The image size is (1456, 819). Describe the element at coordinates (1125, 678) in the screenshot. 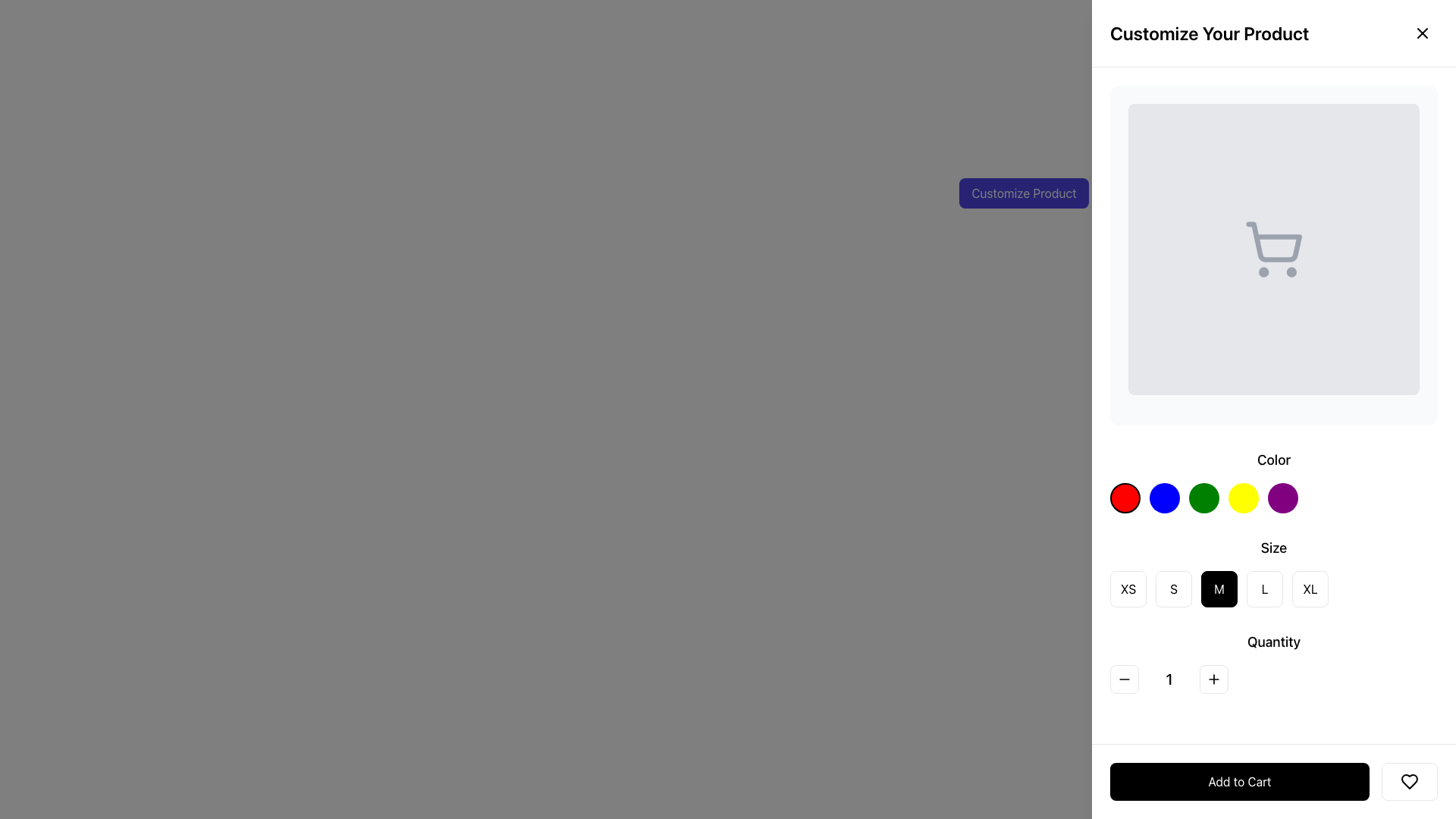

I see `the decrement button located to the left of the quantity counter` at that location.